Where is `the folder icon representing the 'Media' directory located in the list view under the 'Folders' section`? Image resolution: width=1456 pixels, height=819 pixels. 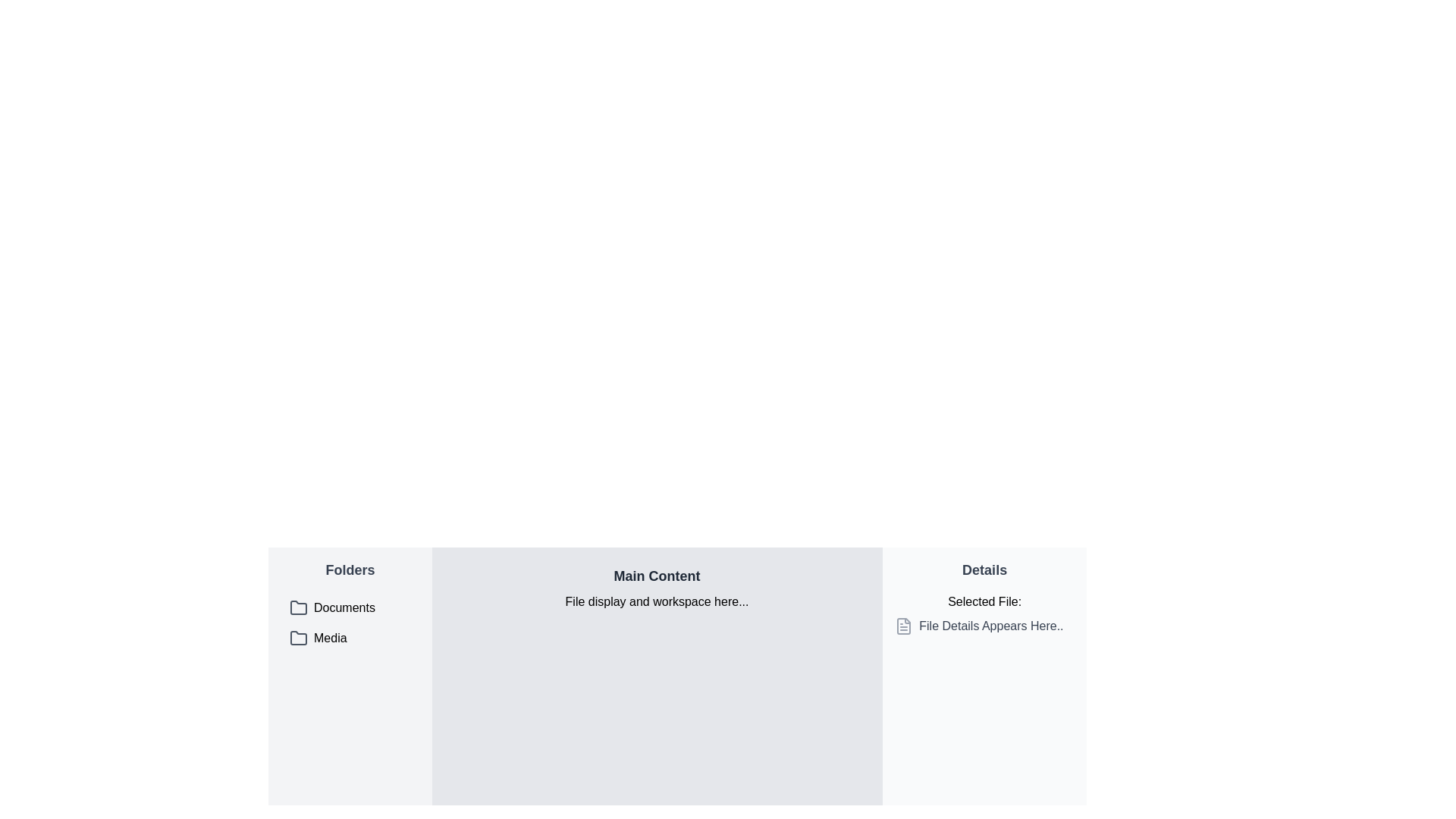
the folder icon representing the 'Media' directory located in the list view under the 'Folders' section is located at coordinates (298, 637).